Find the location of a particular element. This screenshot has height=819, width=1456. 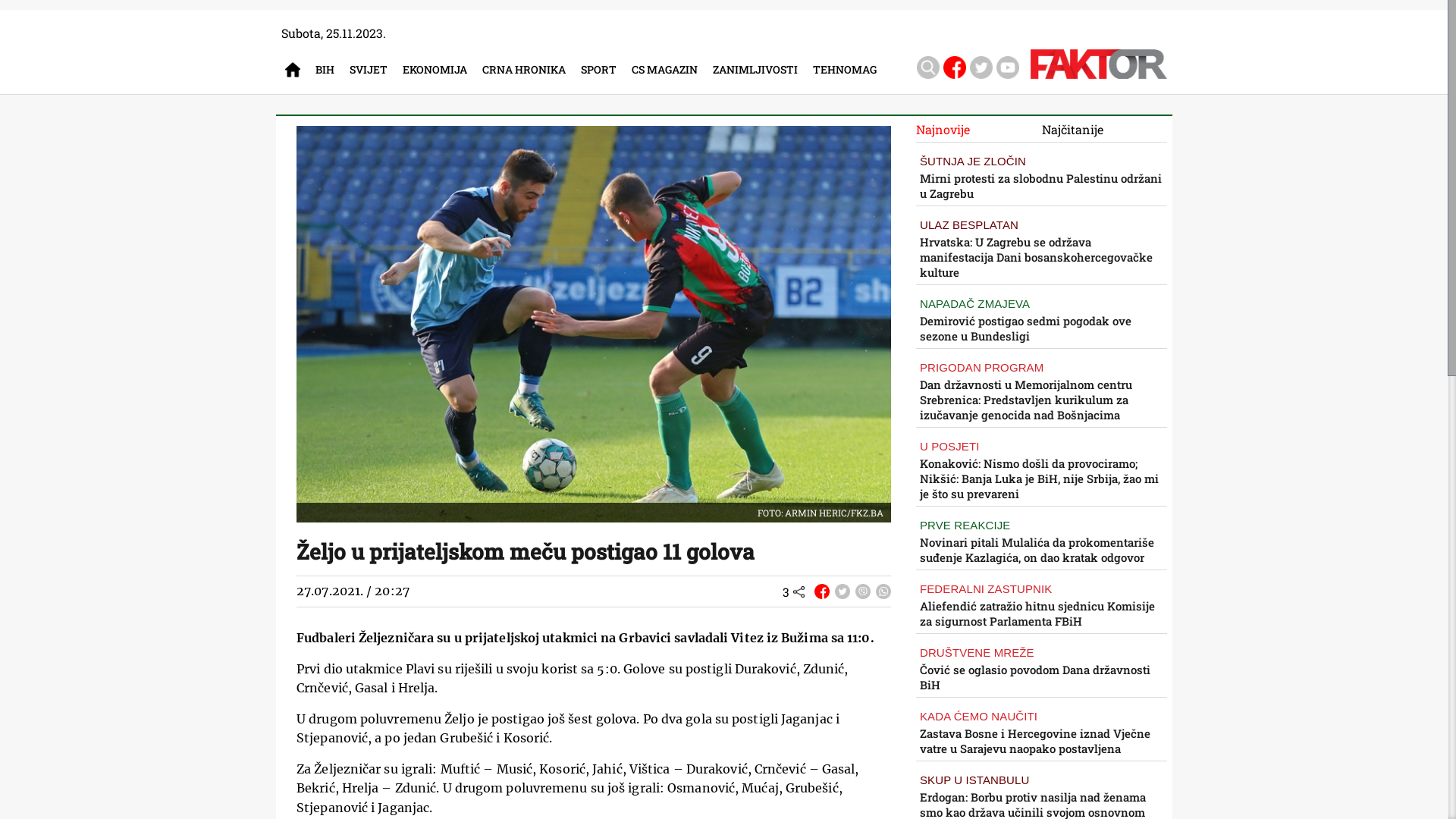

'SPORT' is located at coordinates (601, 69).